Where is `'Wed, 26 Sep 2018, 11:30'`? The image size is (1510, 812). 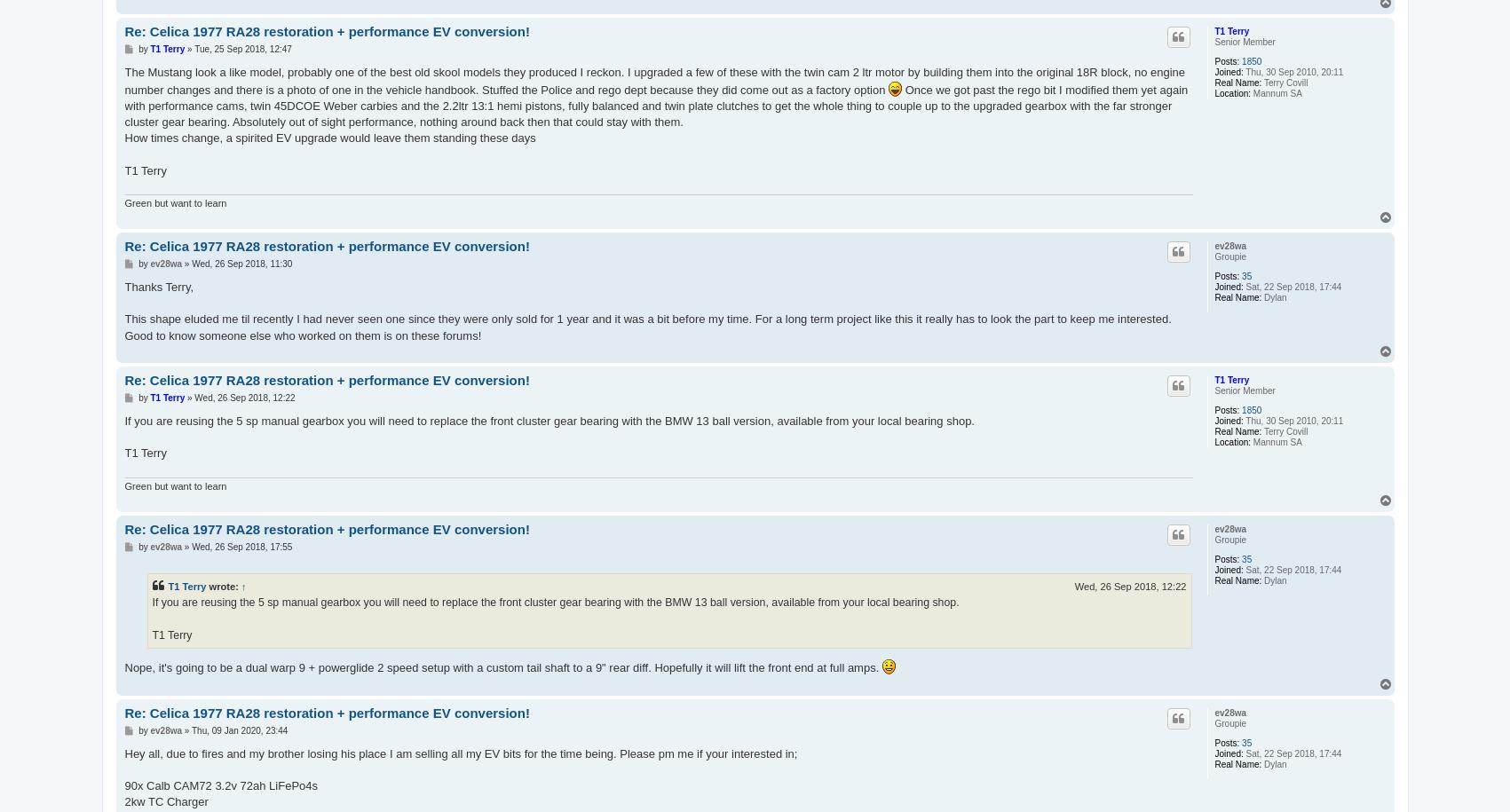 'Wed, 26 Sep 2018, 11:30' is located at coordinates (241, 263).